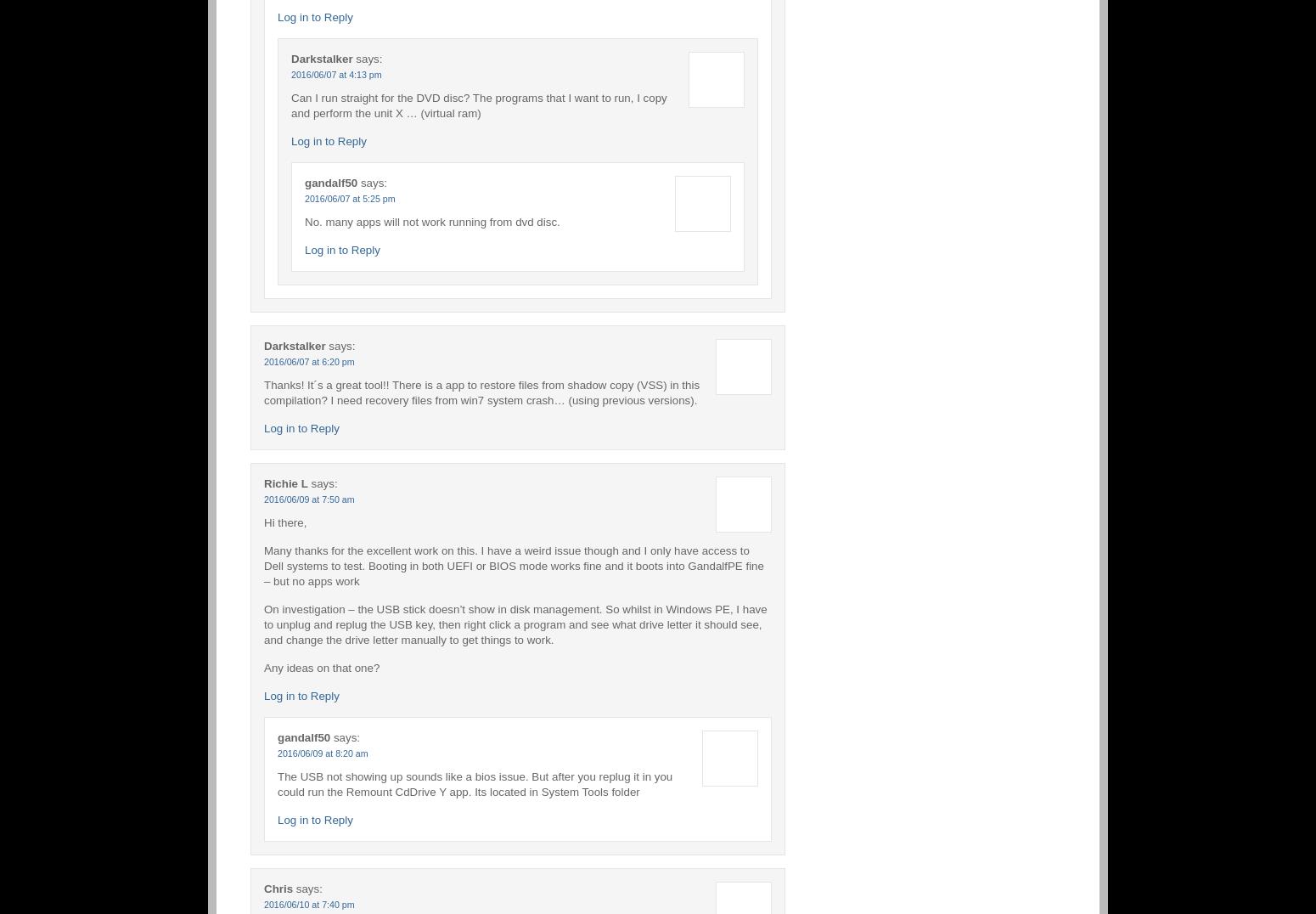  I want to click on '2016/06/10 at 7:40 pm', so click(307, 903).